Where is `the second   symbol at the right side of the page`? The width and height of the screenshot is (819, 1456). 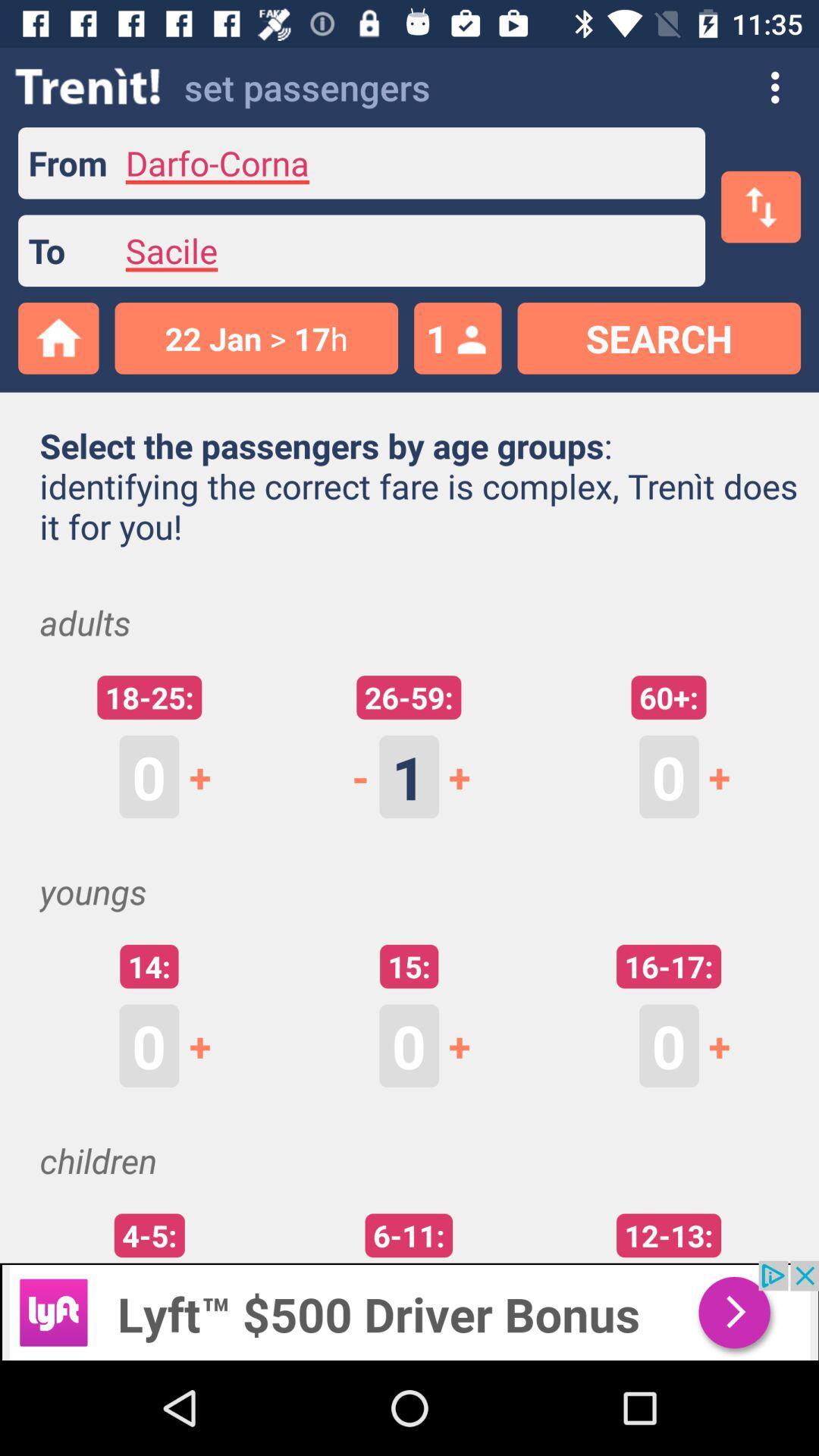 the second   symbol at the right side of the page is located at coordinates (727, 1045).